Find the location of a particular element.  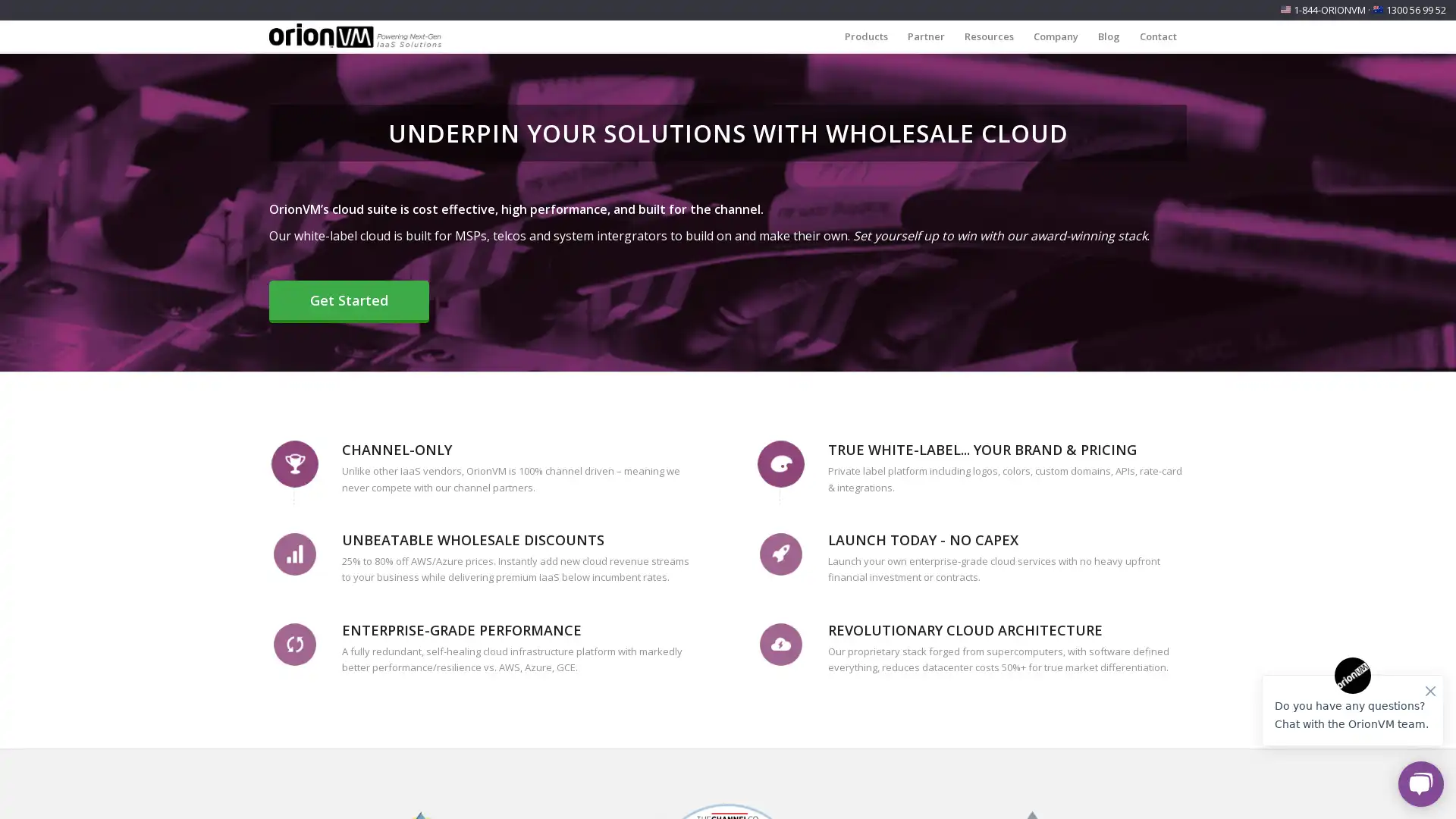

Close is located at coordinates (303, 695).